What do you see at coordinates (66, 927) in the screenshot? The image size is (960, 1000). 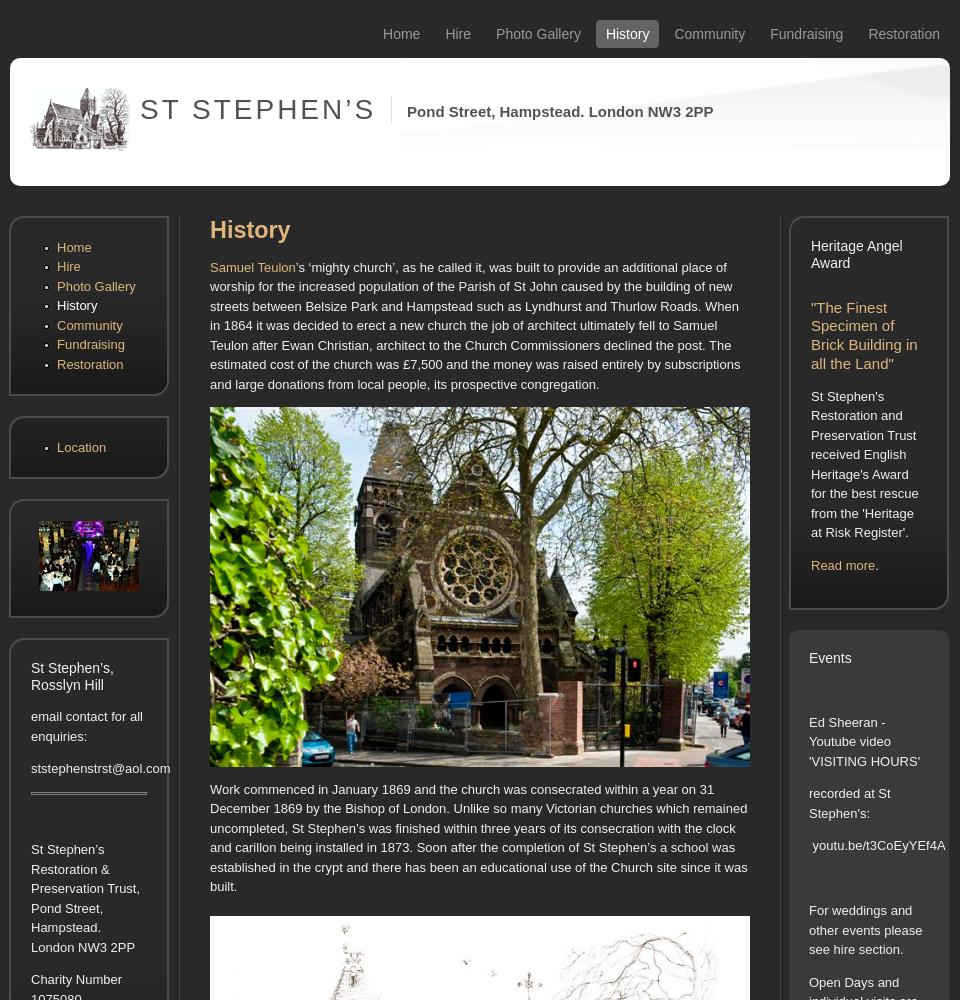 I see `'Hampstead.'` at bounding box center [66, 927].